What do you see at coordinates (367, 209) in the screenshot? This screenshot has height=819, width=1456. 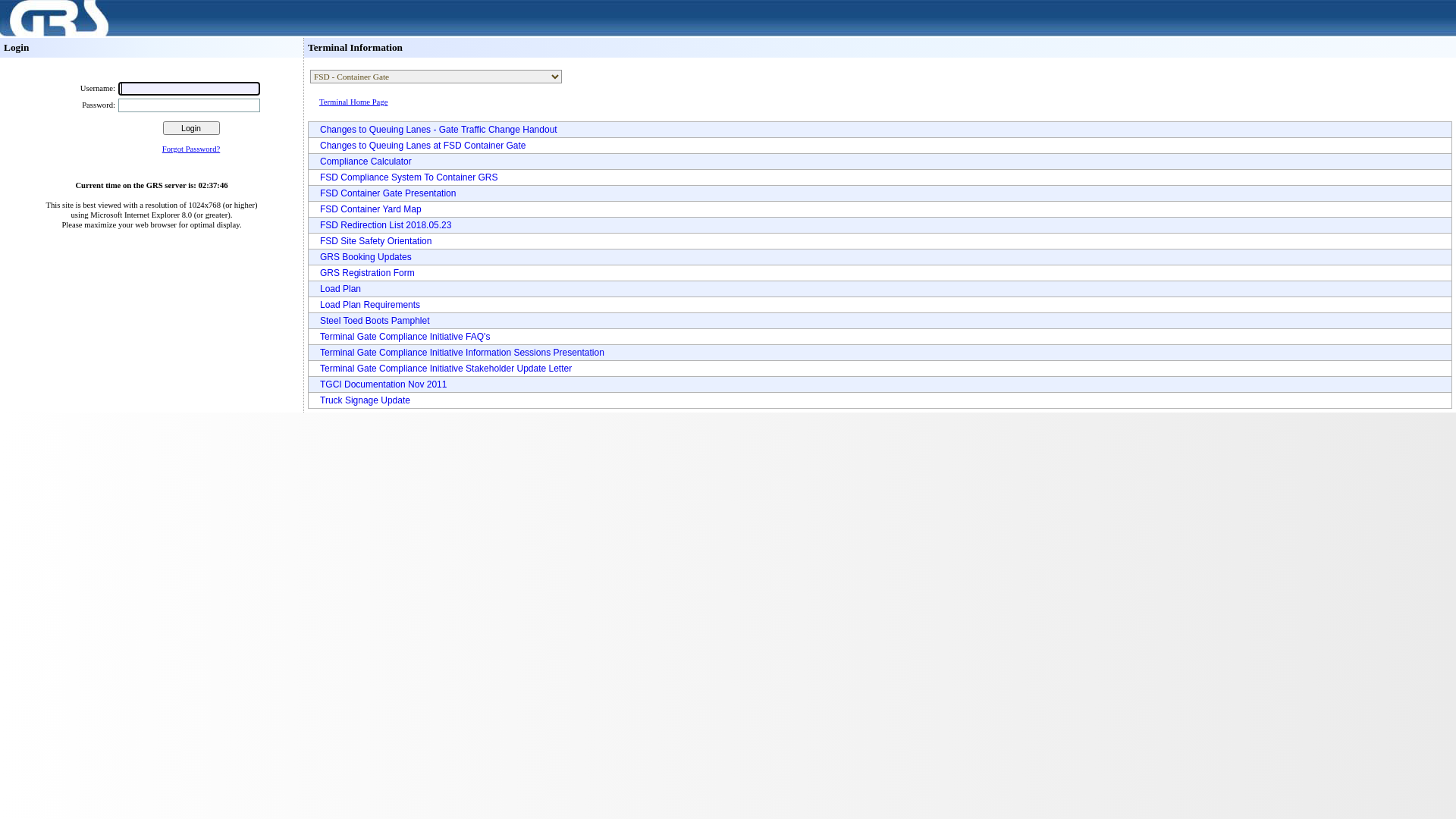 I see `'FSD Container Yard Map'` at bounding box center [367, 209].